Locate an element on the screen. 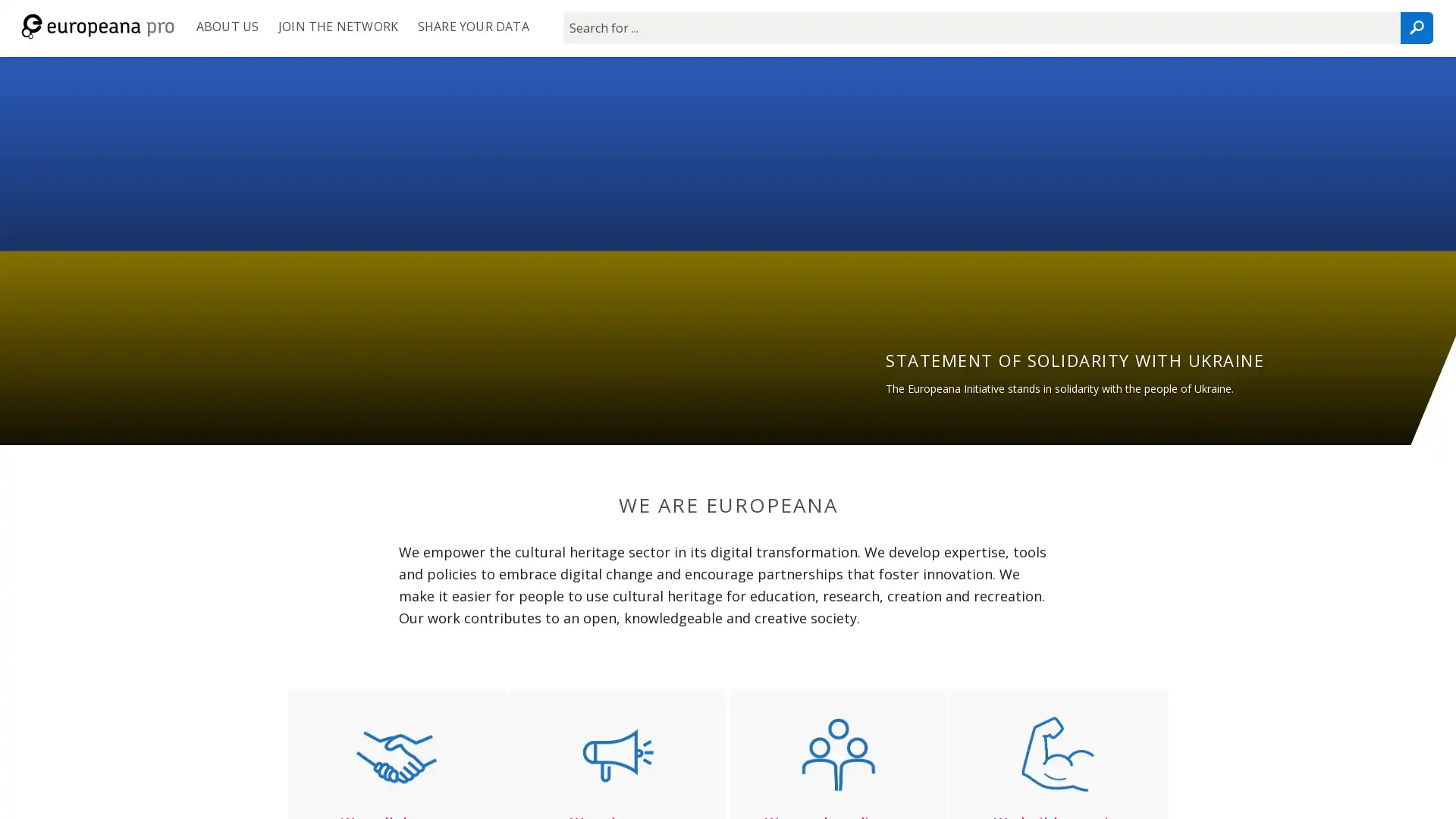 Image resolution: width=1456 pixels, height=819 pixels. SEARCH is located at coordinates (1415, 28).